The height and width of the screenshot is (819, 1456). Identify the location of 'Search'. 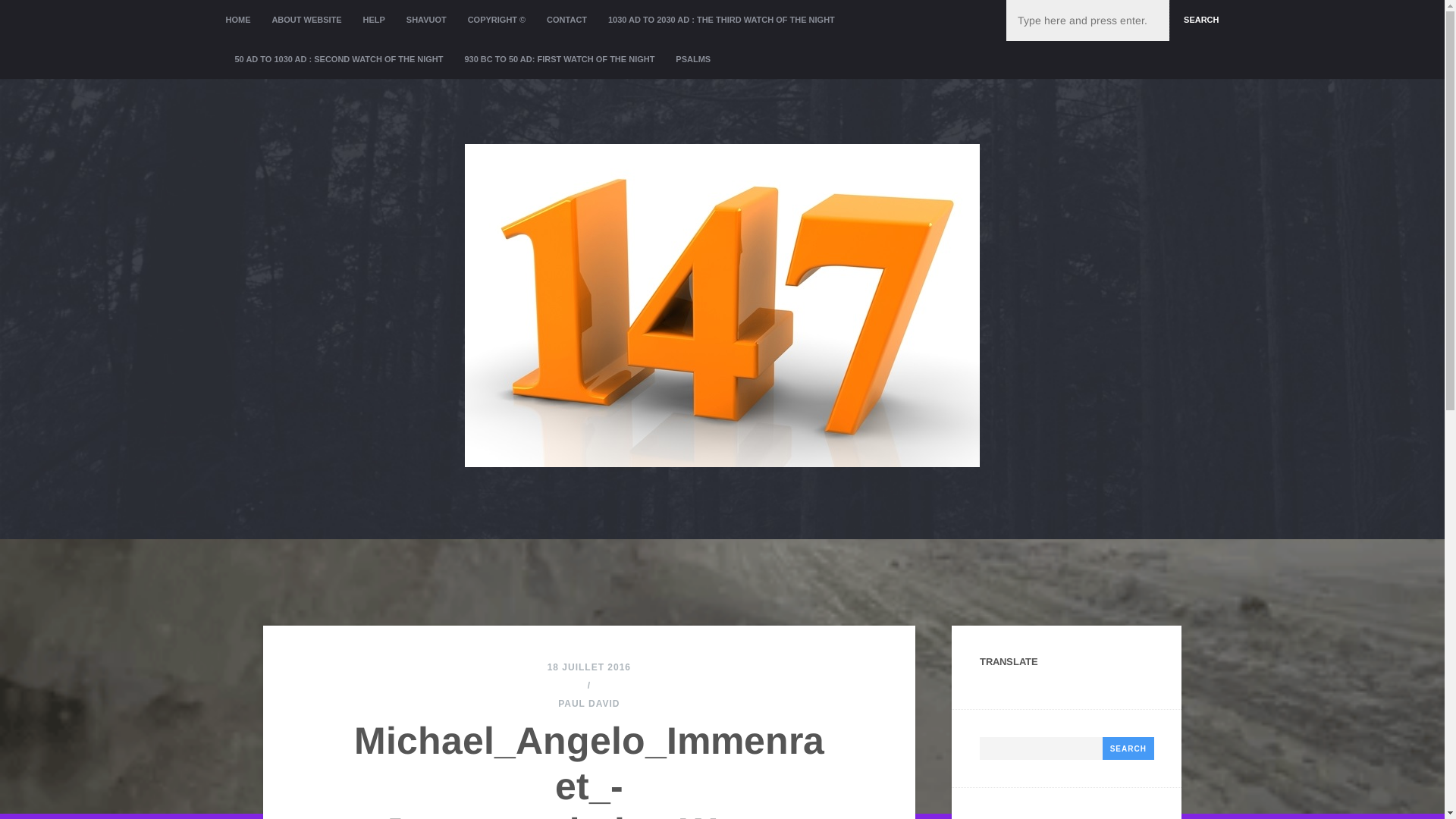
(1128, 748).